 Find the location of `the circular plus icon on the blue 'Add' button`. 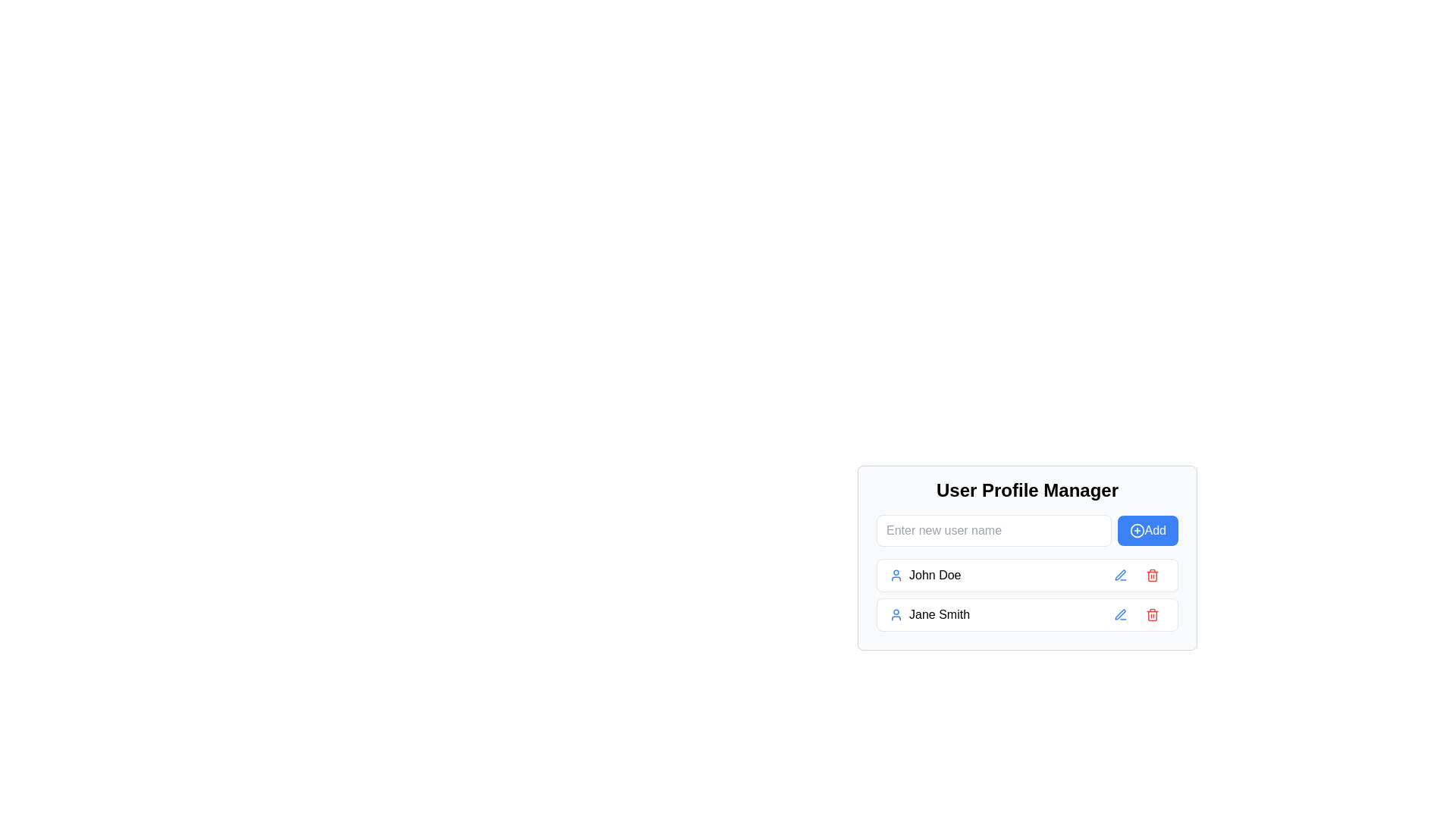

the circular plus icon on the blue 'Add' button is located at coordinates (1136, 529).